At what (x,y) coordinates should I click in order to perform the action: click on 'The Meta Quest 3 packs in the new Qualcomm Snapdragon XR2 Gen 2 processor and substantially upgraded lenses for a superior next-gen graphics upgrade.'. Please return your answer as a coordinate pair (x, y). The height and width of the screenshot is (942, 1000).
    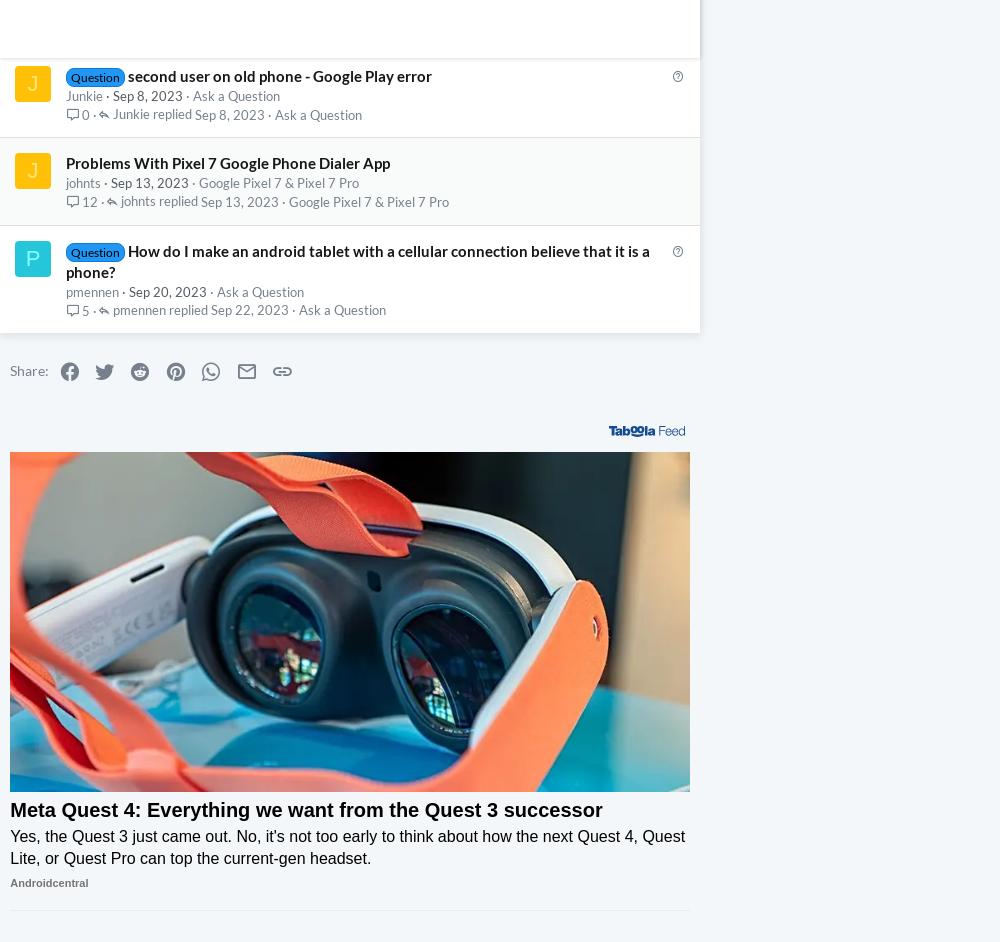
    Looking at the image, I should click on (320, 834).